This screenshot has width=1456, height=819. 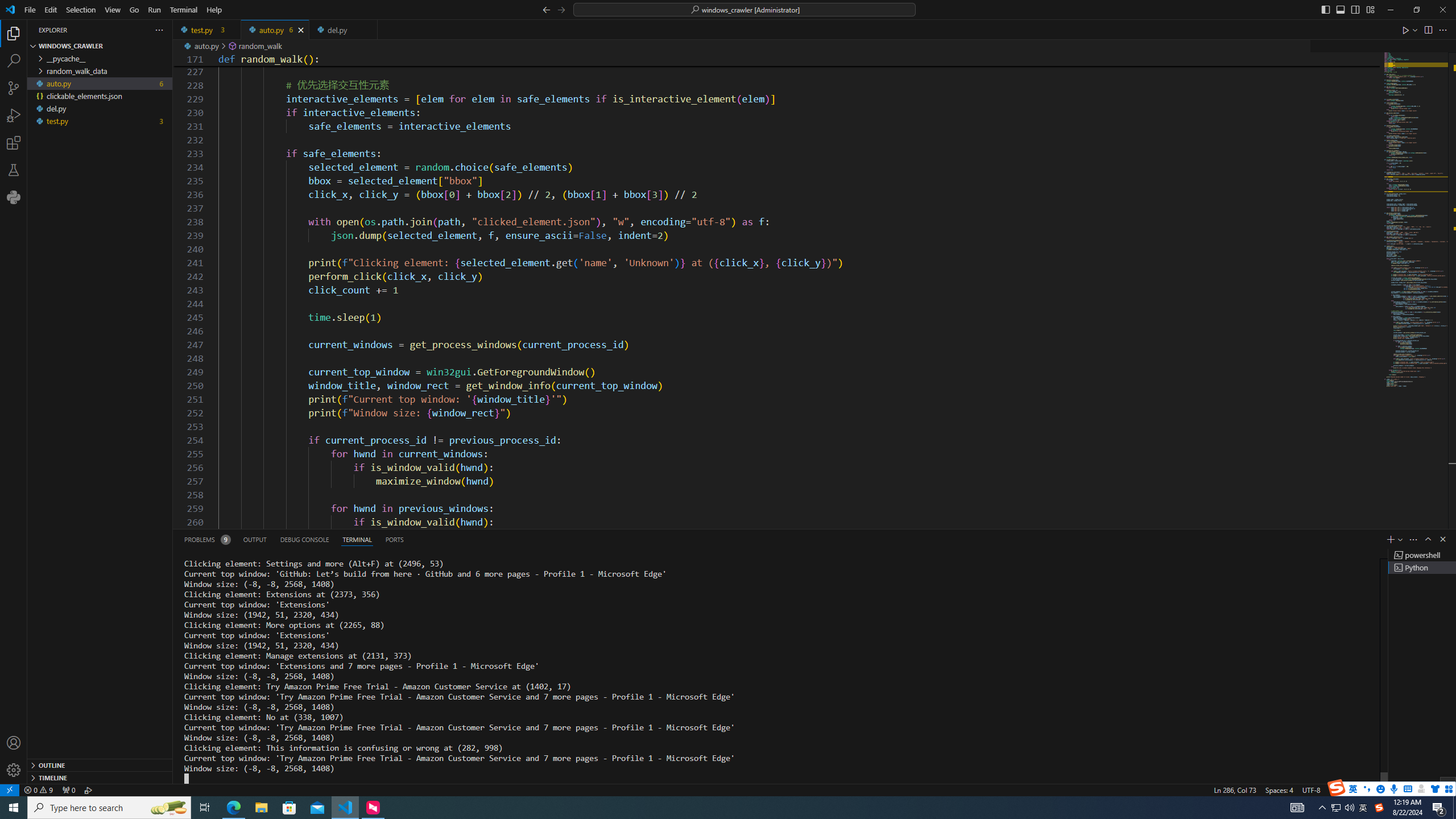 I want to click on 'Debug Console (Ctrl+Shift+Y)', so click(x=304, y=539).